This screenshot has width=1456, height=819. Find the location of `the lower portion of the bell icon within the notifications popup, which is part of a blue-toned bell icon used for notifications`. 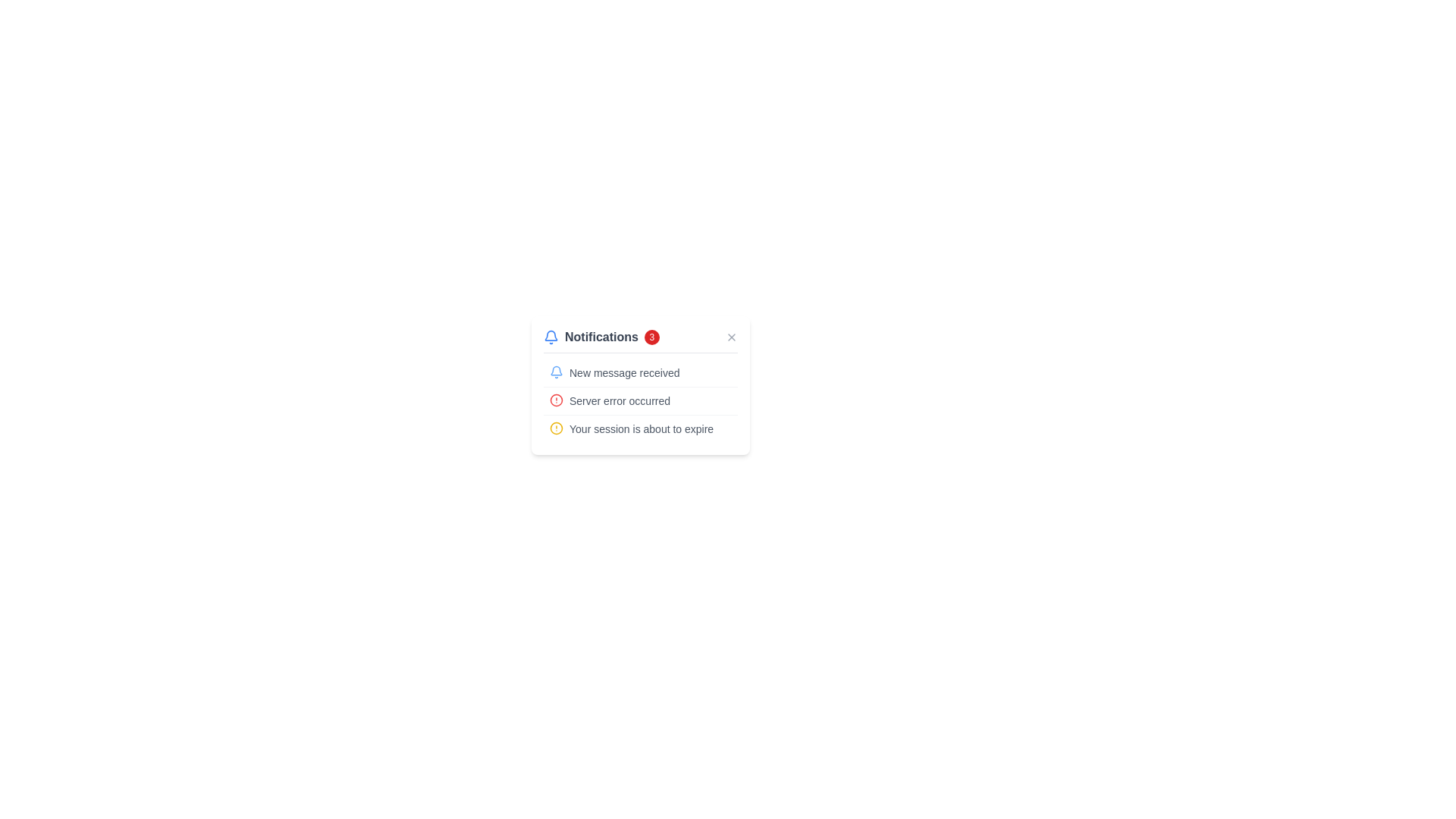

the lower portion of the bell icon within the notifications popup, which is part of a blue-toned bell icon used for notifications is located at coordinates (550, 334).